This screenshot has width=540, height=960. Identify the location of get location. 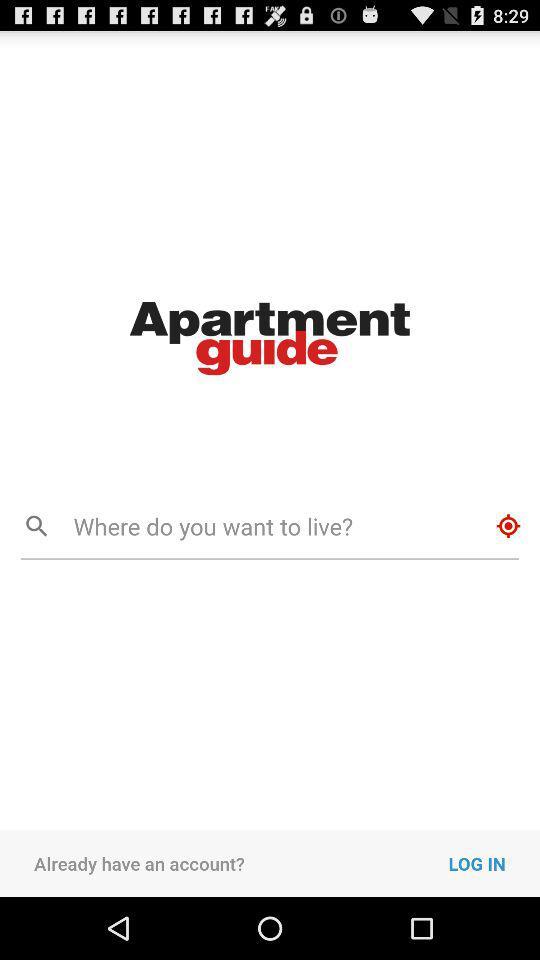
(508, 525).